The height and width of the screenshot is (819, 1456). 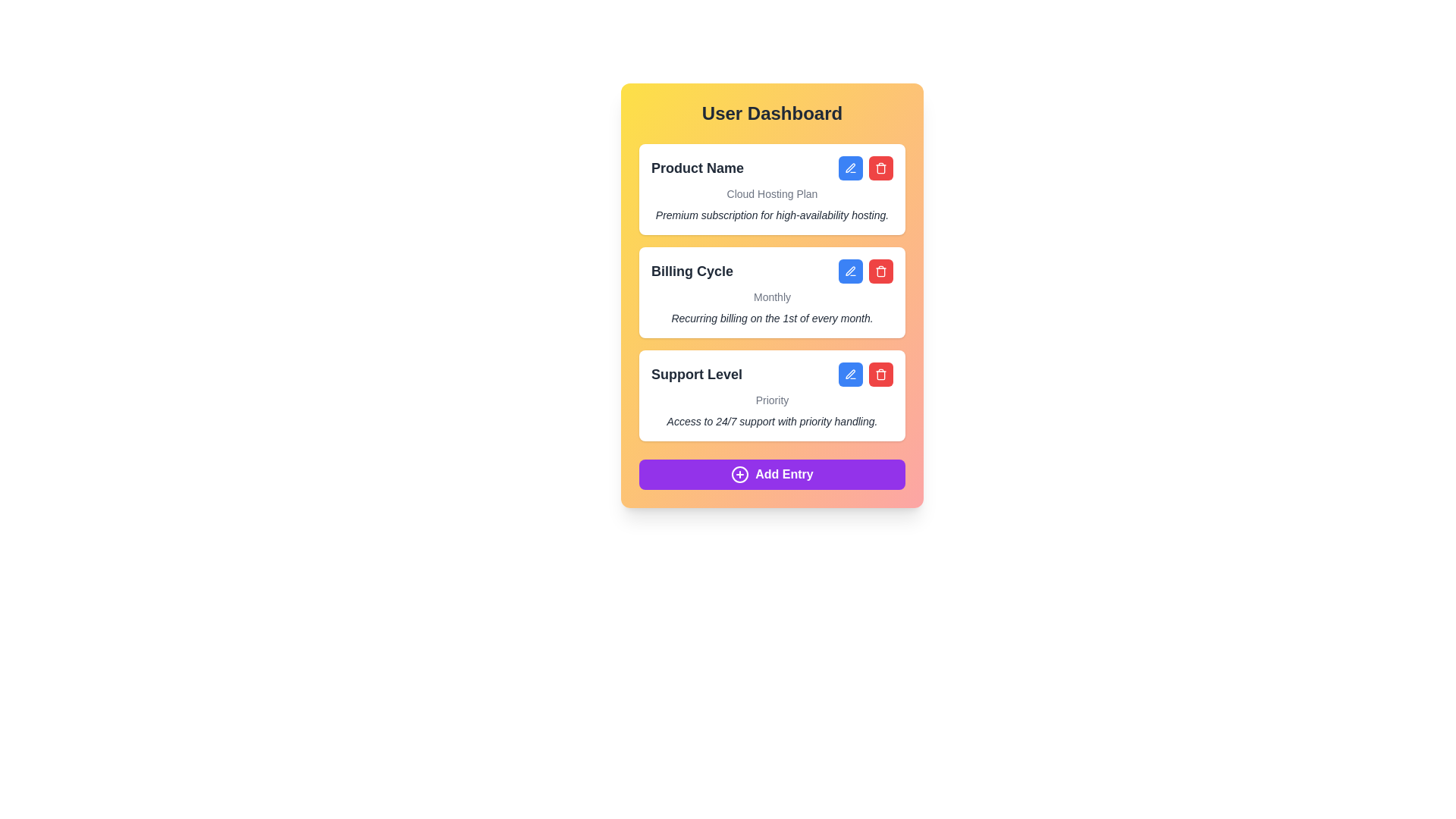 What do you see at coordinates (696, 374) in the screenshot?
I see `the text label or heading element that provides context for the support level details, located in the middle section of the user dashboard, positioned above the 'Priority' label and below the 'Billing Cycle' heading` at bounding box center [696, 374].